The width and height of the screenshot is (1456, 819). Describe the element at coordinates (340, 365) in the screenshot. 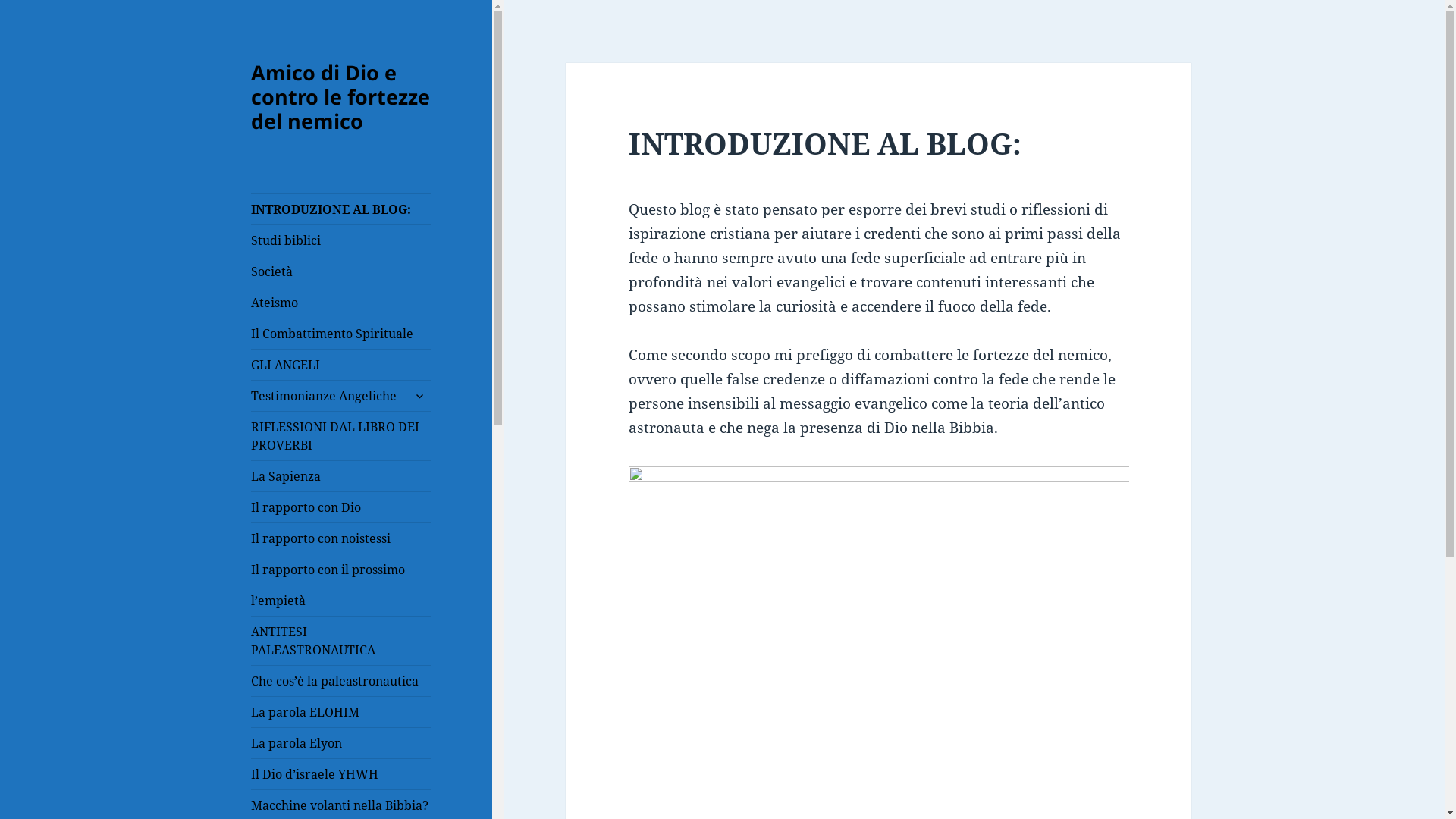

I see `'GLI ANGELI'` at that location.